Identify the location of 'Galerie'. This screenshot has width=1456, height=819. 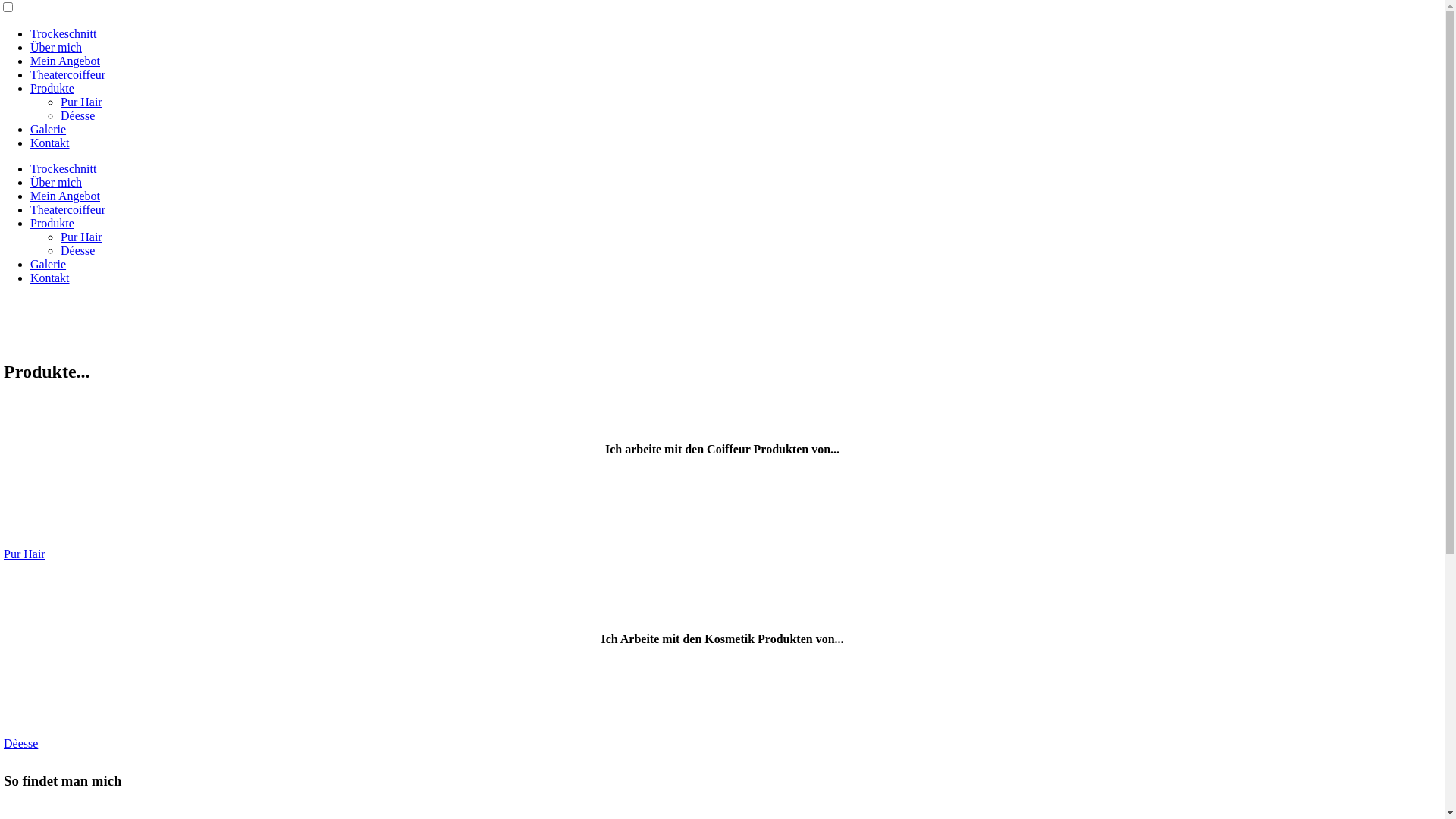
(48, 263).